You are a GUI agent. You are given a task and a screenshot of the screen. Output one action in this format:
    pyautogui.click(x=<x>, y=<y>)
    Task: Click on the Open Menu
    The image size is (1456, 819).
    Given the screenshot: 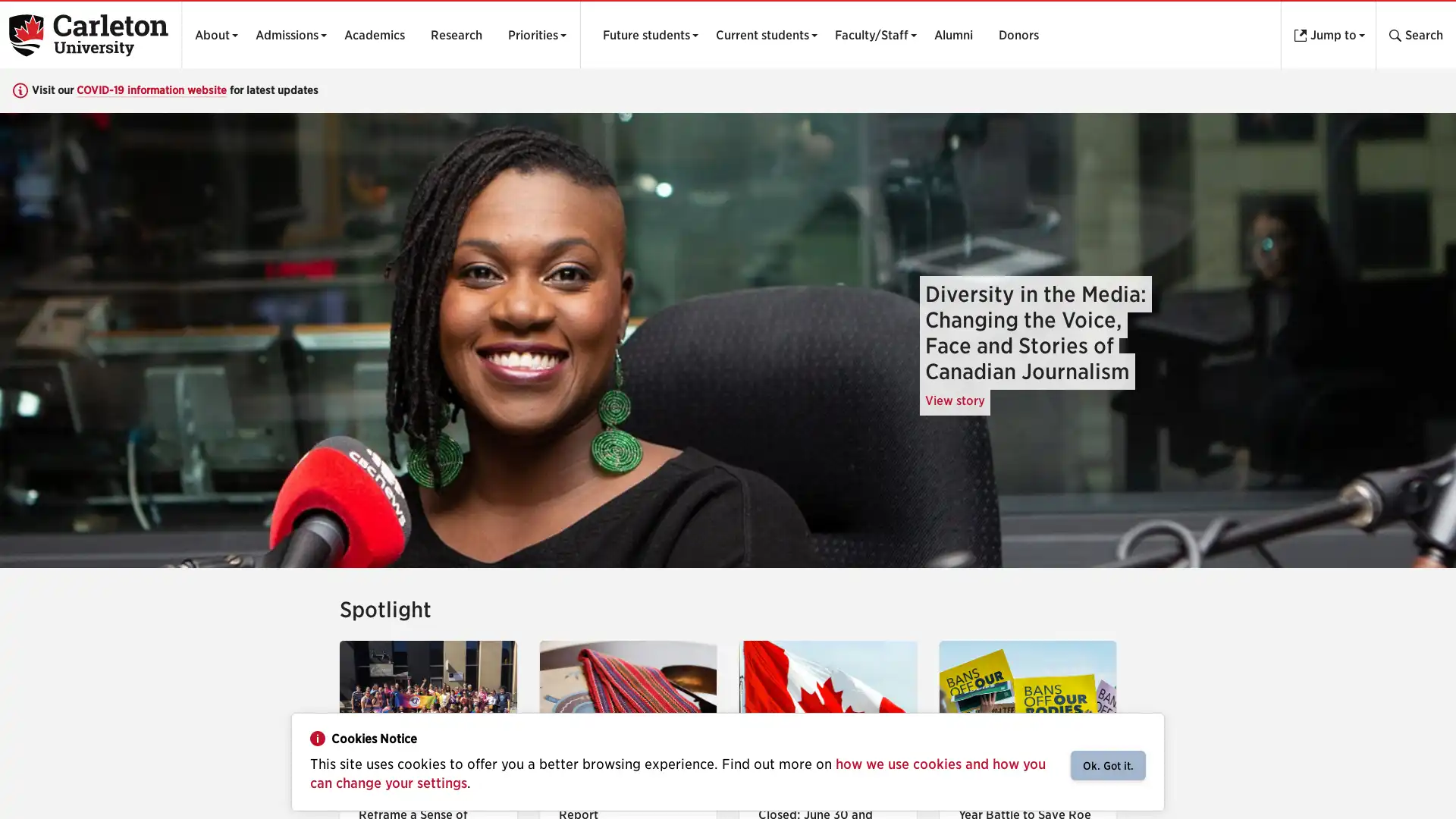 What is the action you would take?
    pyautogui.click(x=211, y=34)
    